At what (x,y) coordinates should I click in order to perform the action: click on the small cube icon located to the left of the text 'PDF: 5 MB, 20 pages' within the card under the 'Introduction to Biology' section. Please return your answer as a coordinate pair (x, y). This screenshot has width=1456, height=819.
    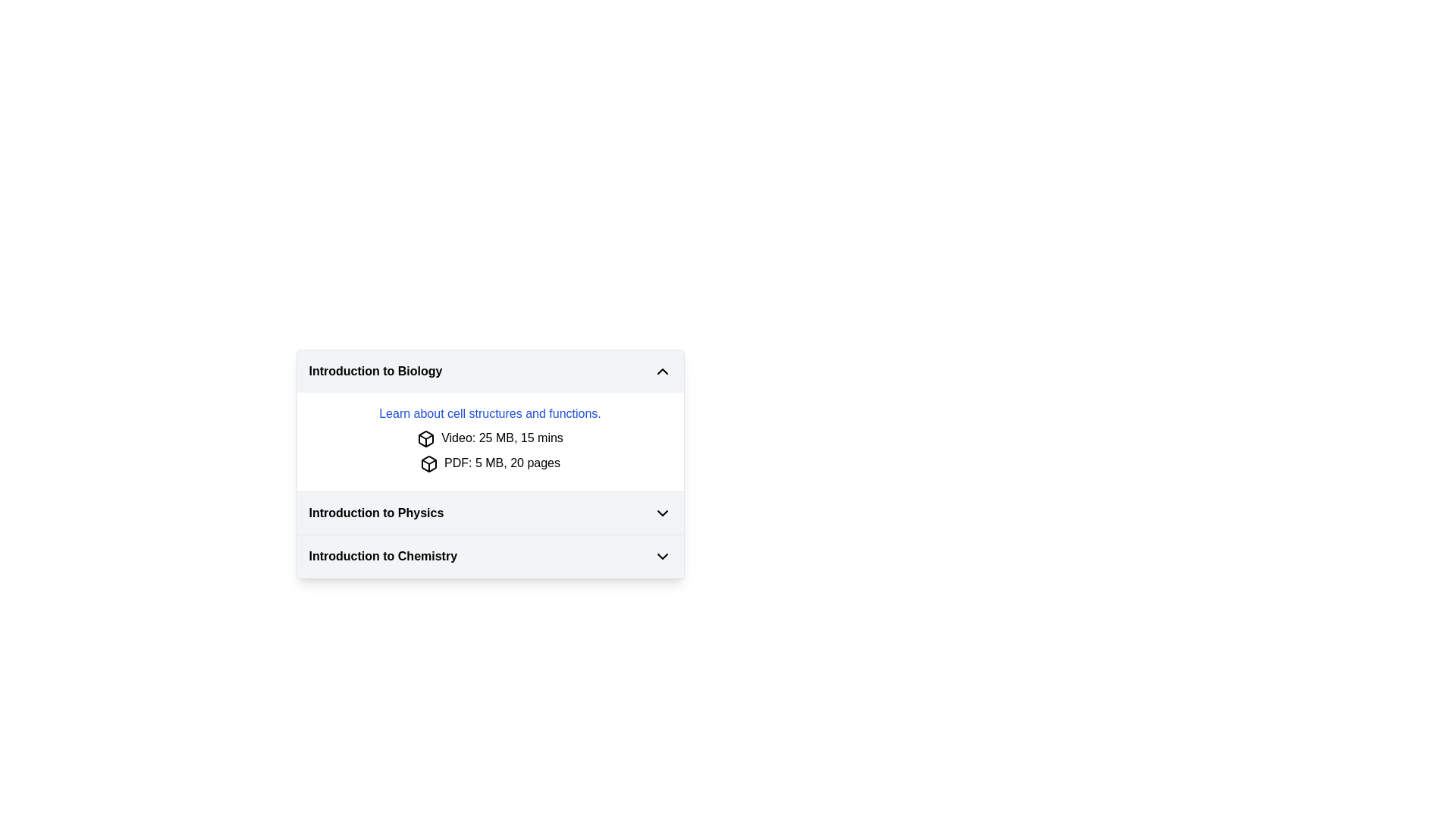
    Looking at the image, I should click on (428, 463).